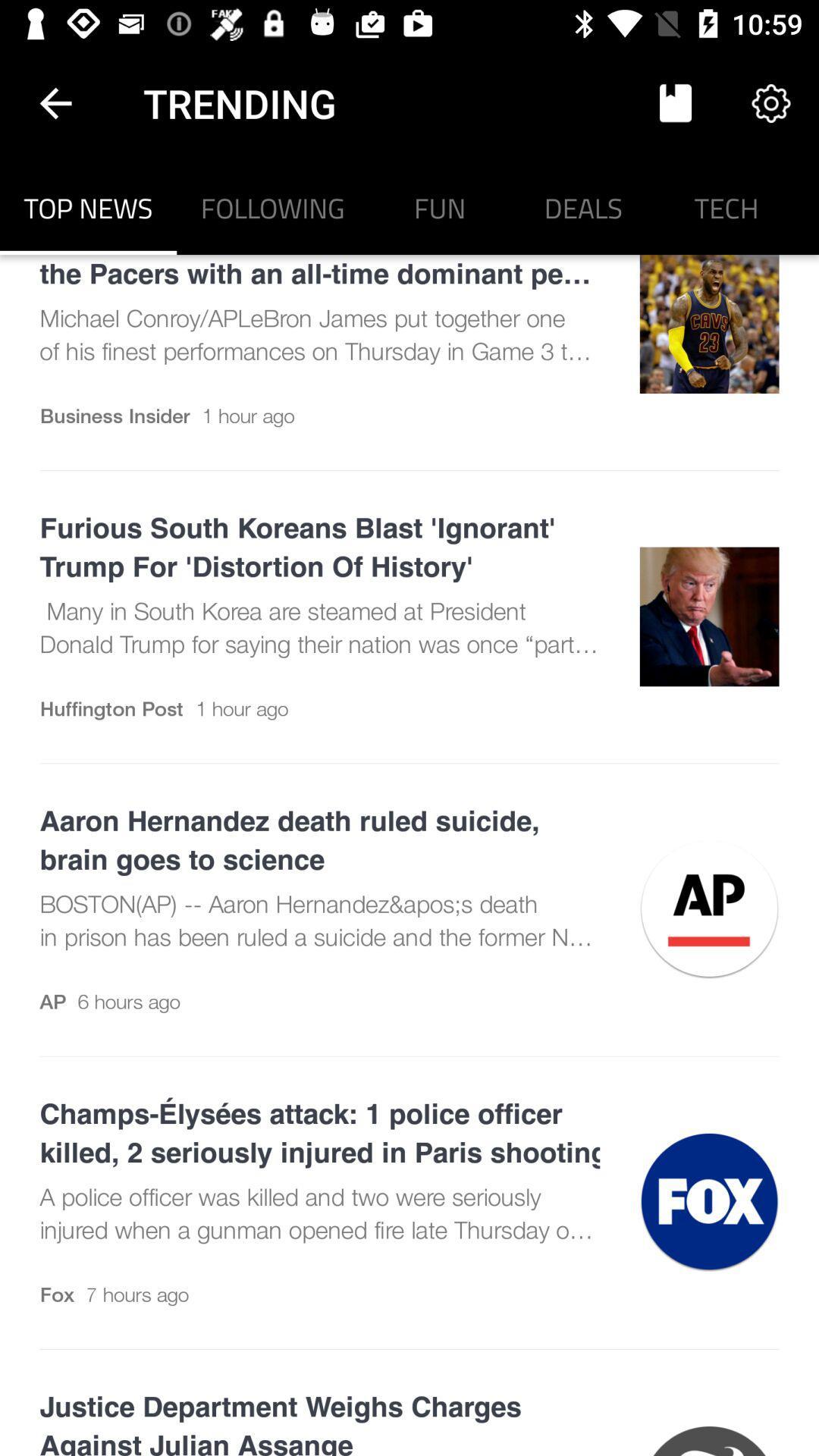  Describe the element at coordinates (675, 102) in the screenshot. I see `app to the right of the trending` at that location.